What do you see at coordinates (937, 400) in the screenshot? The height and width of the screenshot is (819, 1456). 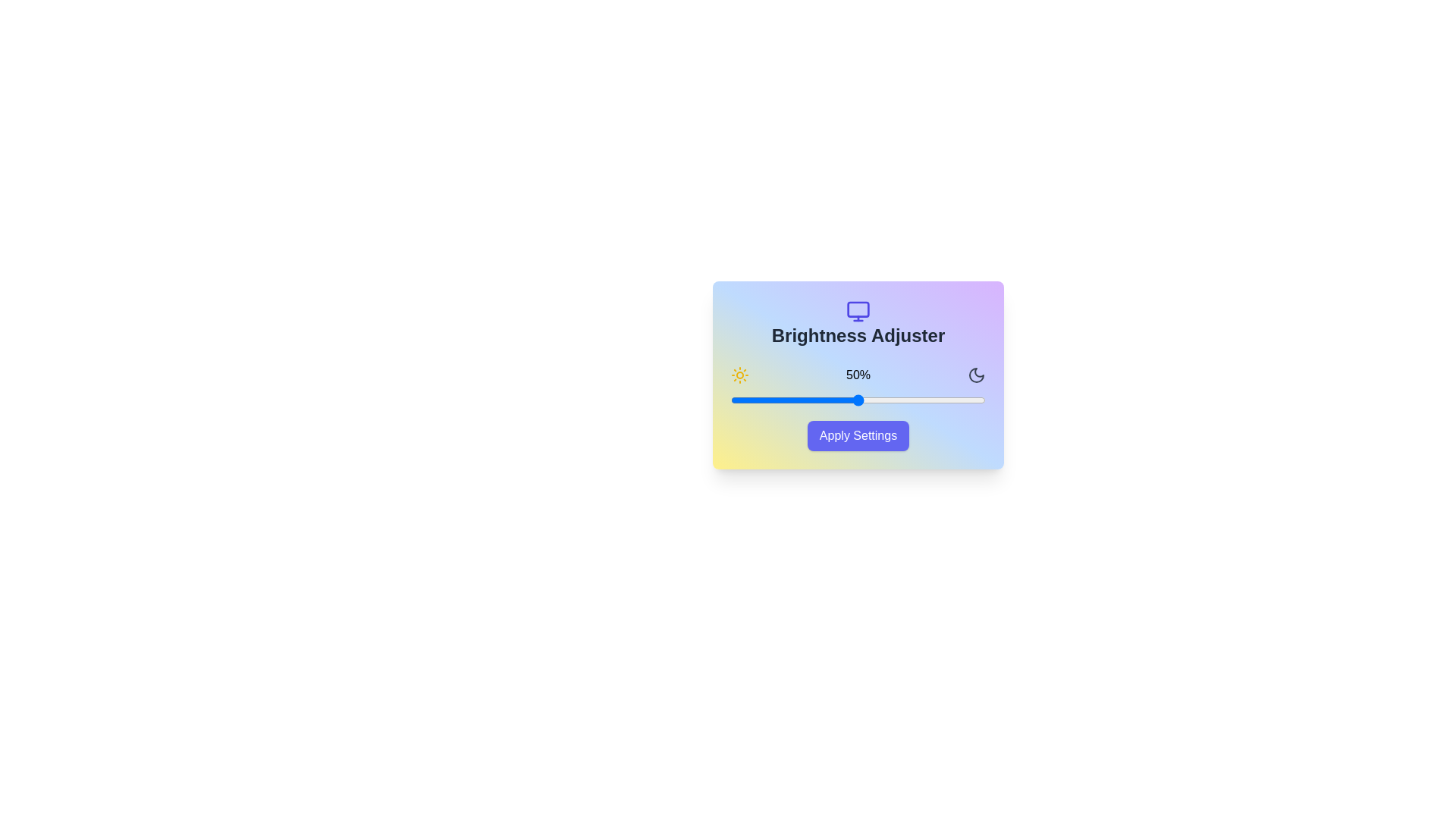 I see `the brightness slider to 81%` at bounding box center [937, 400].